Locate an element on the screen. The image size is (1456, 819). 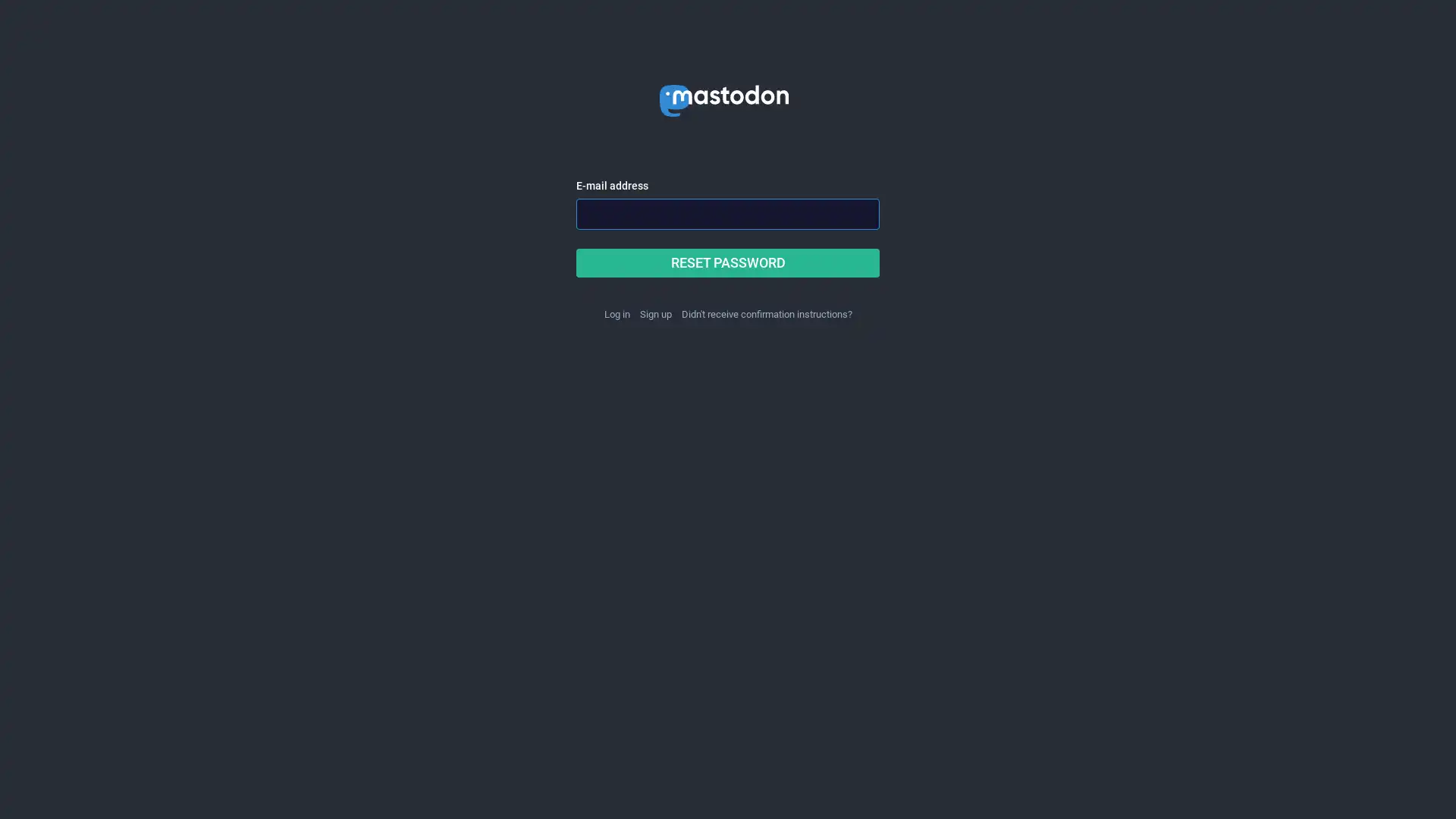
RESET PASSWORD is located at coordinates (728, 262).